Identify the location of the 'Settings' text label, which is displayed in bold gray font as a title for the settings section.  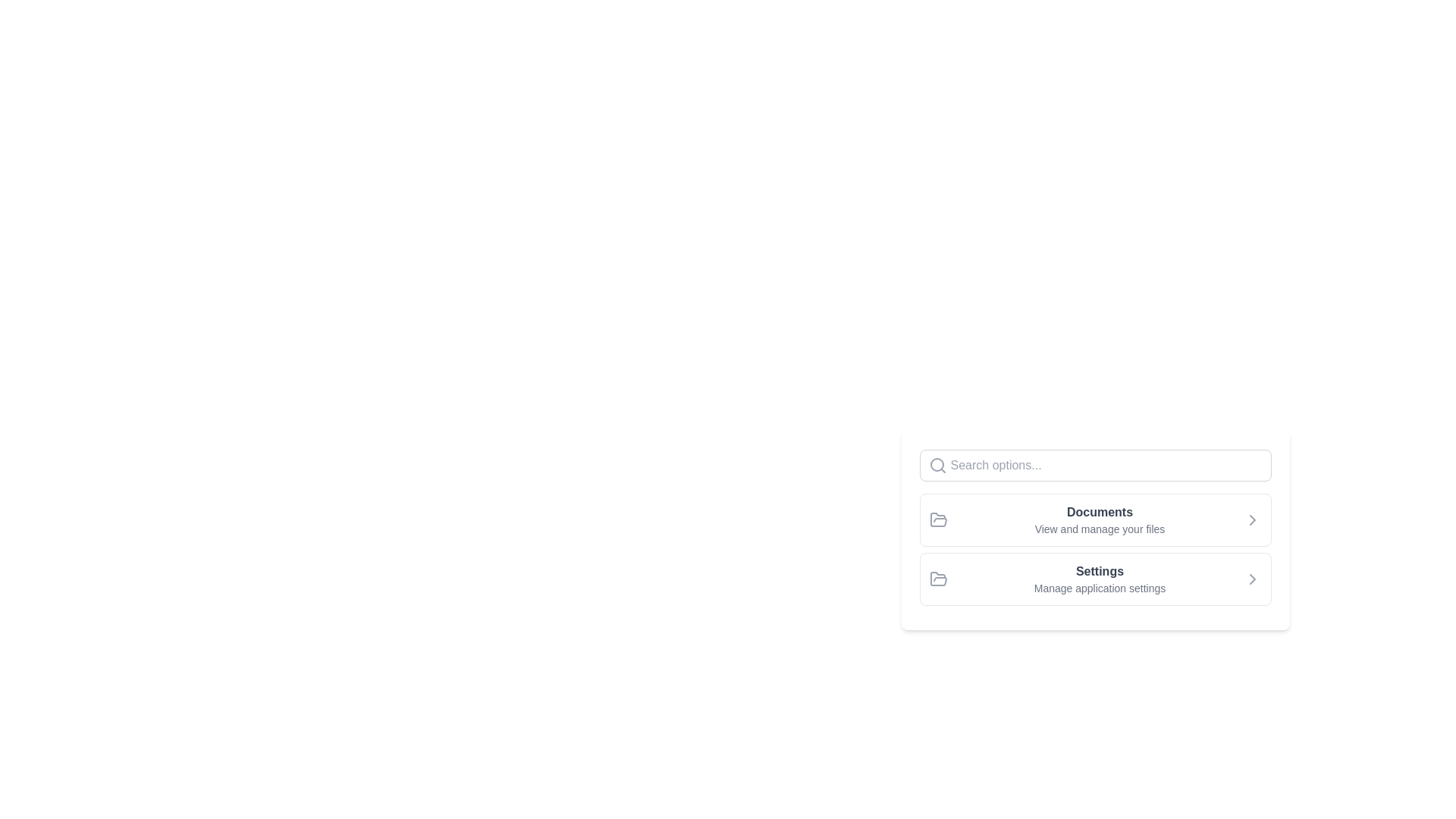
(1100, 571).